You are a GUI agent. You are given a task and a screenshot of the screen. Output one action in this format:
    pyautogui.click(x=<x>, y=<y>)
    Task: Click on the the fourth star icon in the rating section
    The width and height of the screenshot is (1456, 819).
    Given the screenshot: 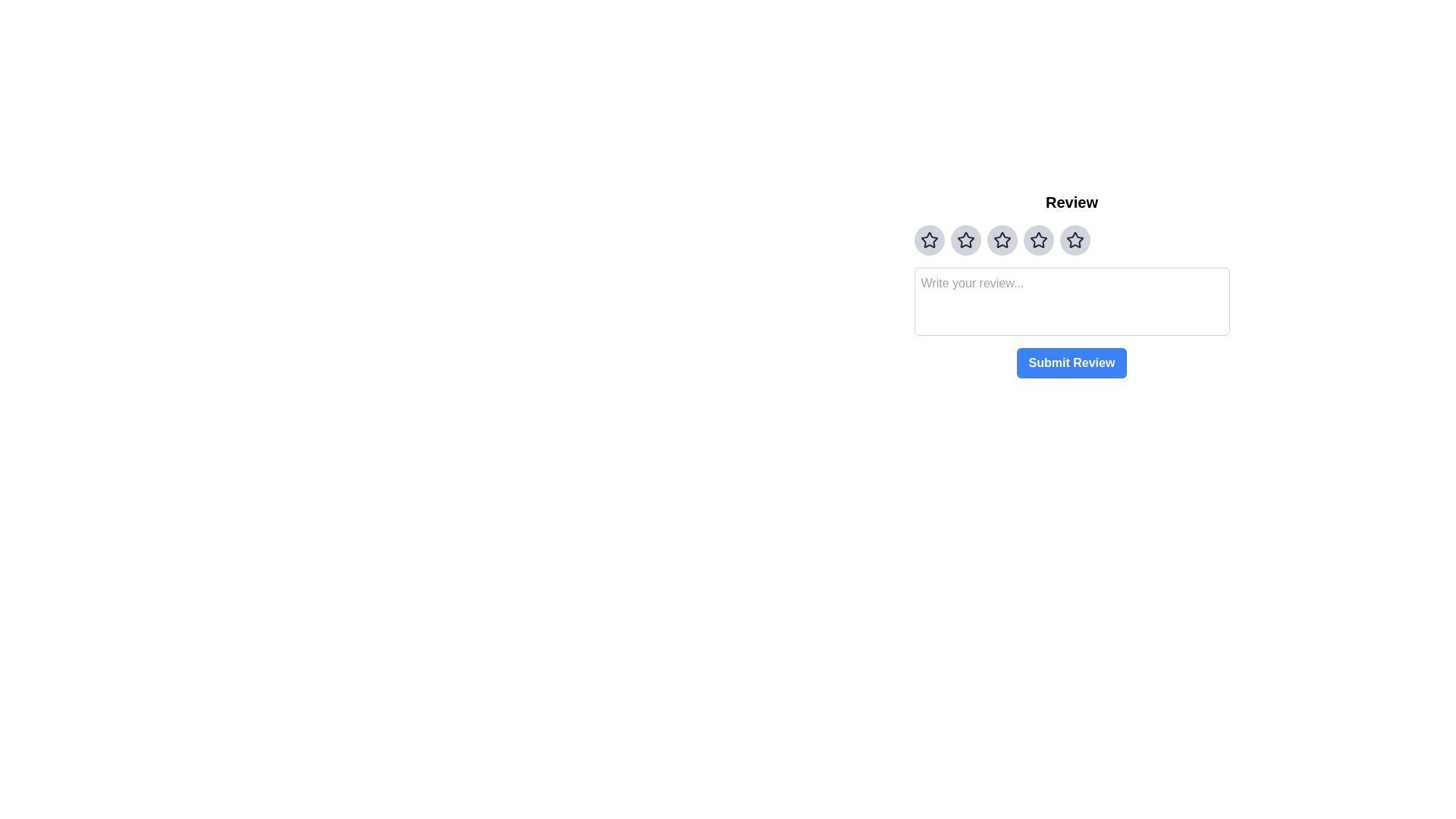 What is the action you would take?
    pyautogui.click(x=1002, y=239)
    